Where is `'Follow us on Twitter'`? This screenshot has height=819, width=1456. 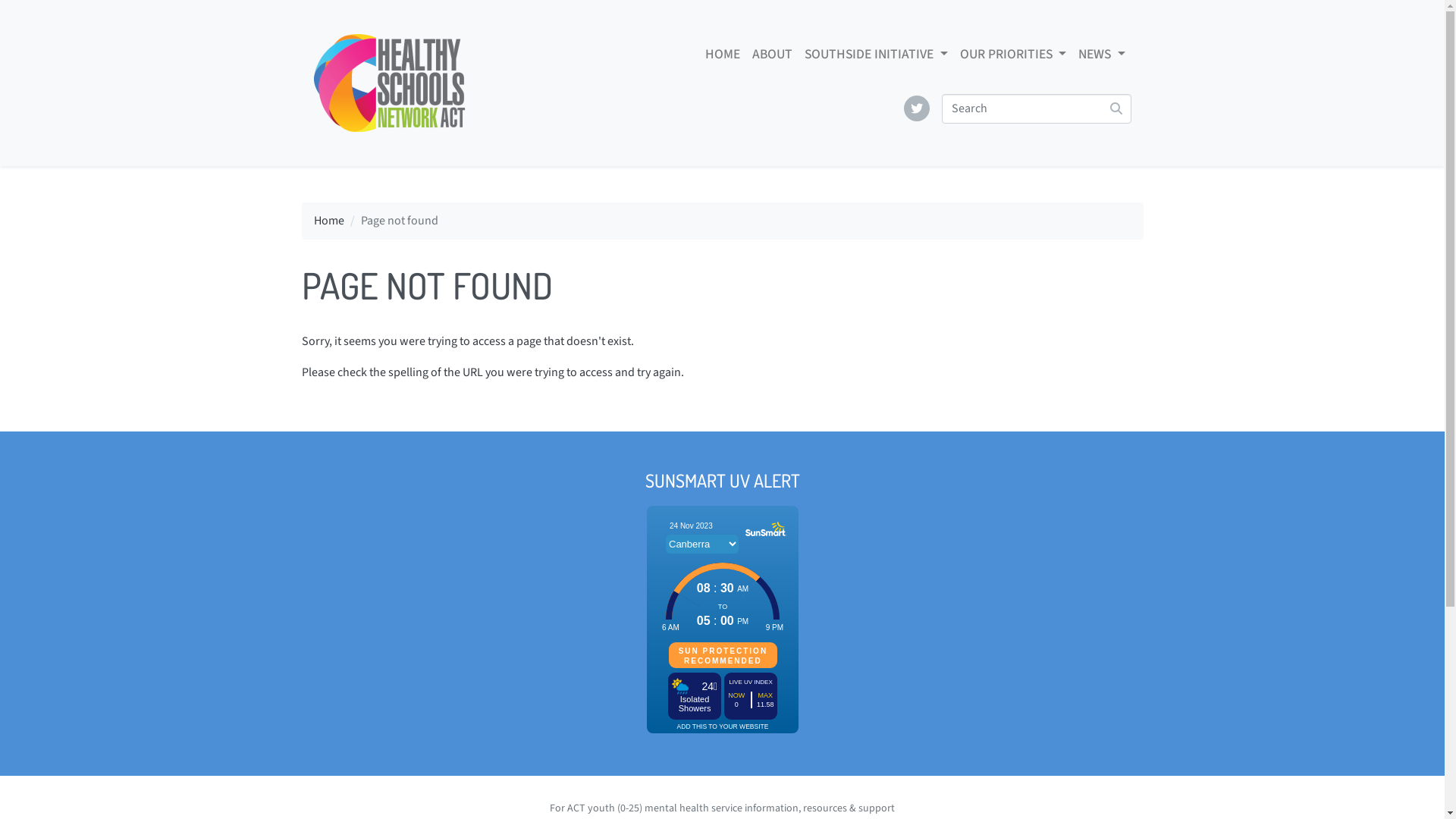
'Follow us on Twitter' is located at coordinates (916, 107).